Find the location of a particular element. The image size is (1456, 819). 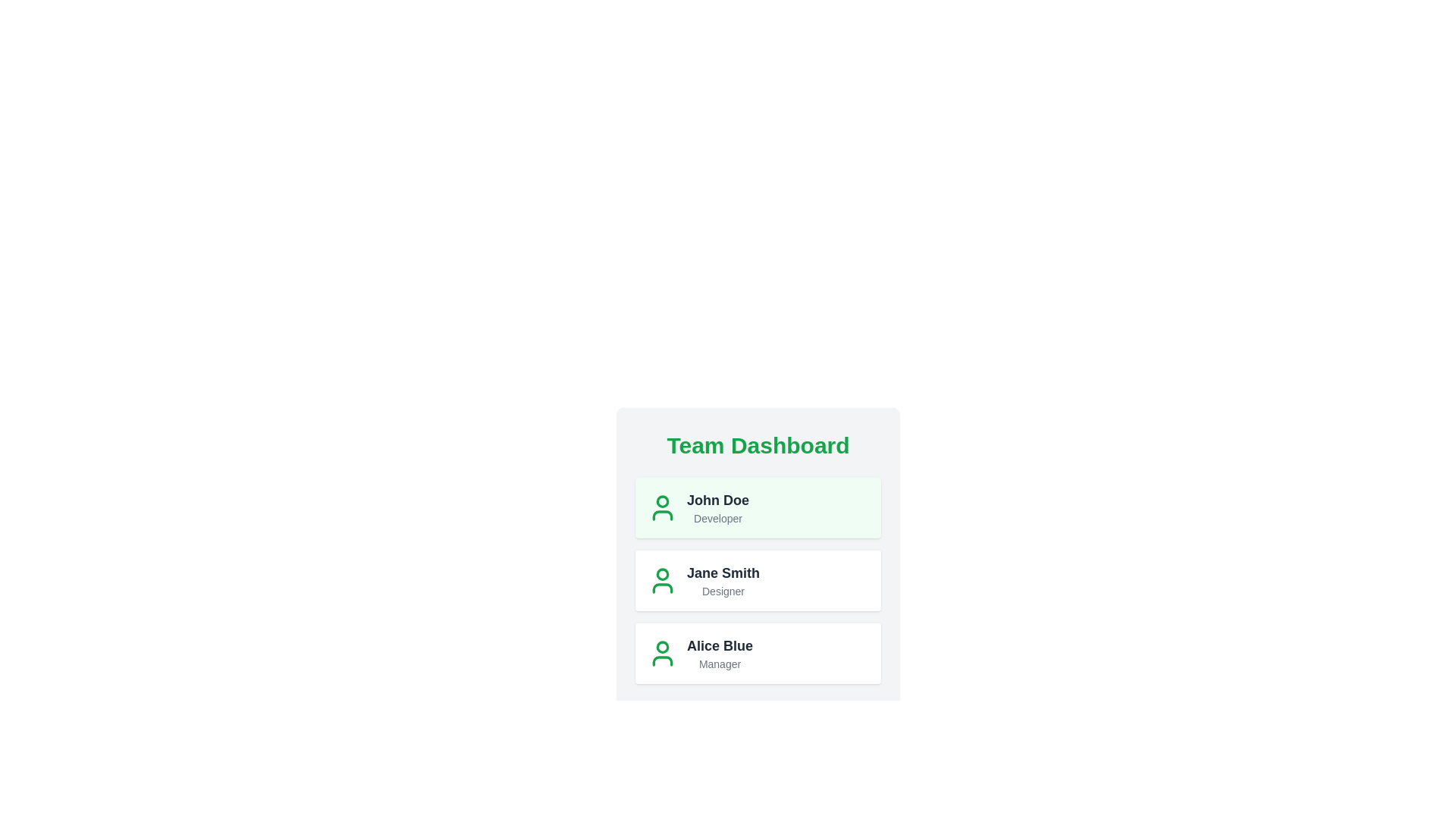

the static text displaying 'John Doe' in bold, black text, which is located in the top card of the 'Team Dashboard' interface, adjacent to the user profile icon is located at coordinates (717, 500).